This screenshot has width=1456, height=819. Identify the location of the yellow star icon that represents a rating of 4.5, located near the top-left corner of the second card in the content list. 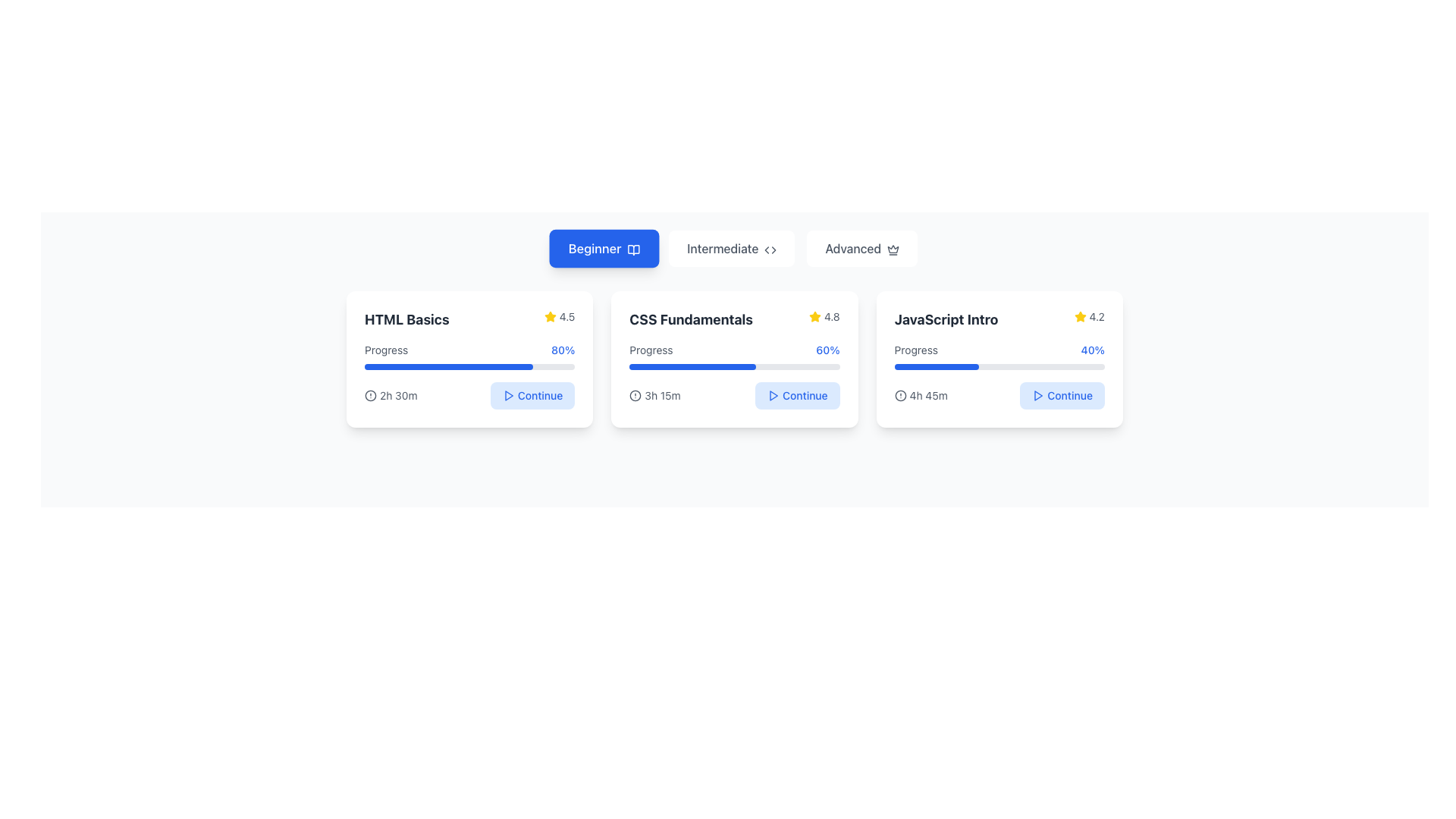
(549, 315).